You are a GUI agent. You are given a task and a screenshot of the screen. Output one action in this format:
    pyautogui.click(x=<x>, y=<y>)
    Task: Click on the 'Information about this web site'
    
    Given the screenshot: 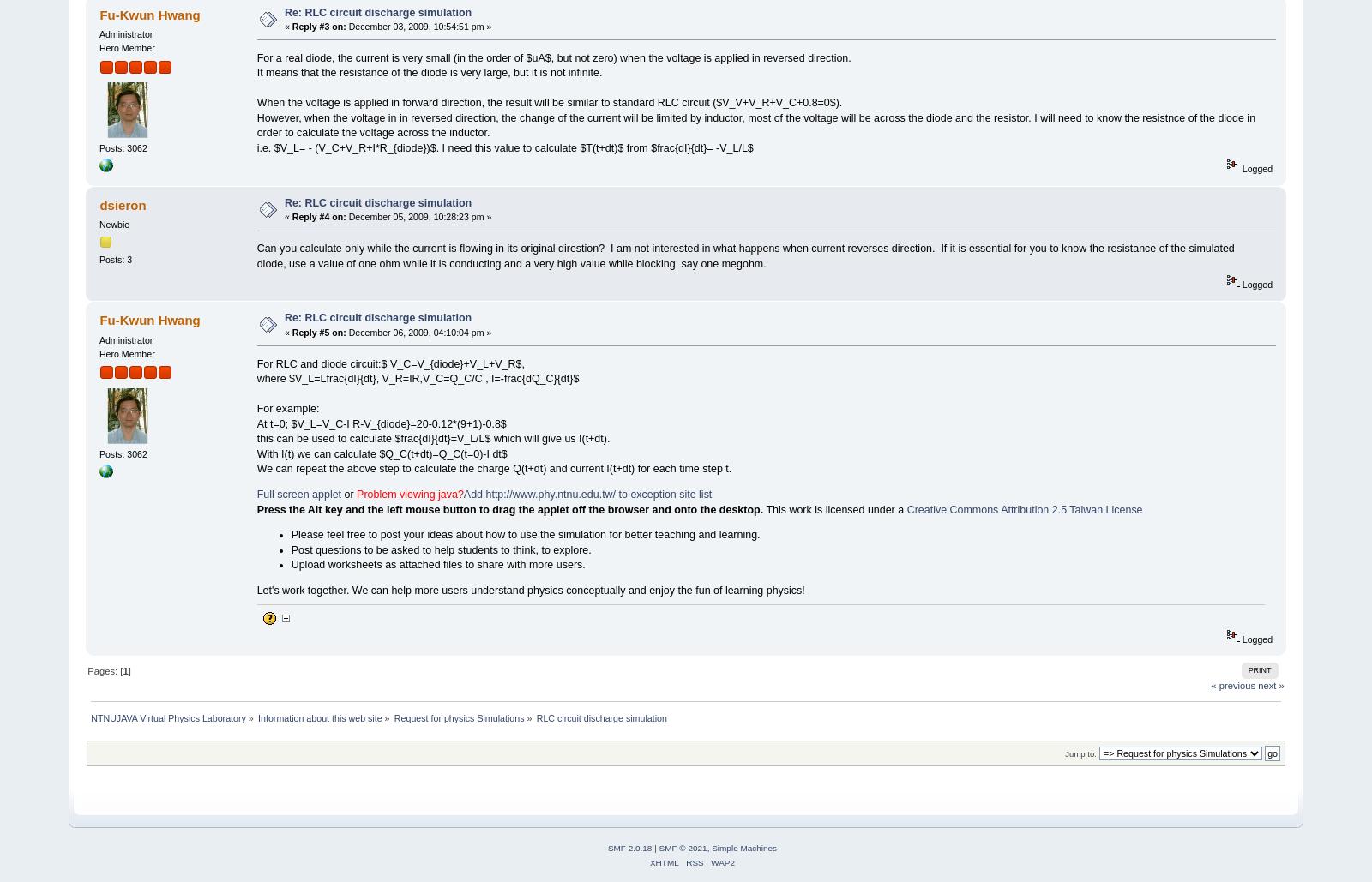 What is the action you would take?
    pyautogui.click(x=319, y=716)
    